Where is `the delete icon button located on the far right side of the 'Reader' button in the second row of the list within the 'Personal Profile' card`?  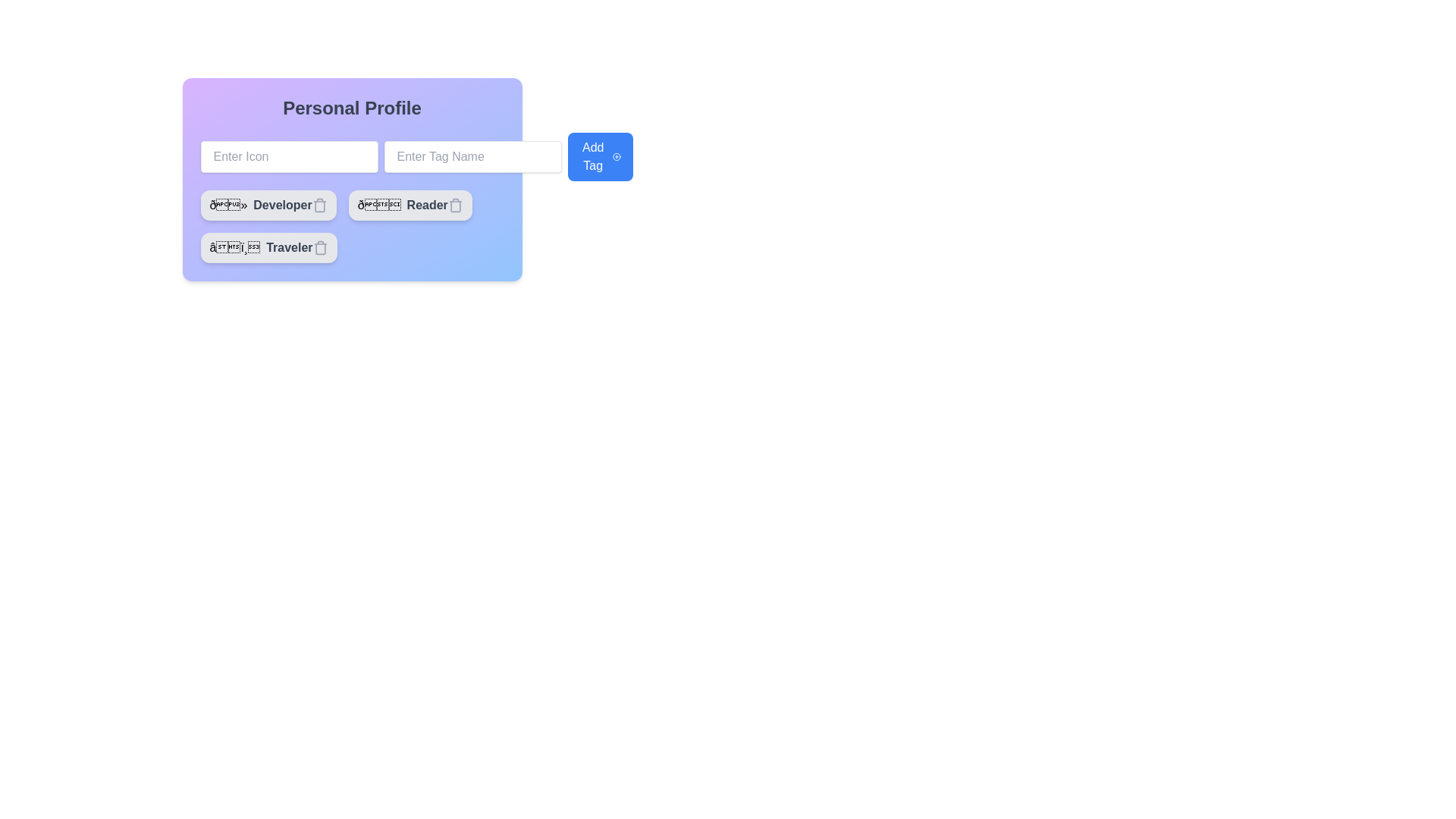
the delete icon button located on the far right side of the 'Reader' button in the second row of the list within the 'Personal Profile' card is located at coordinates (454, 205).